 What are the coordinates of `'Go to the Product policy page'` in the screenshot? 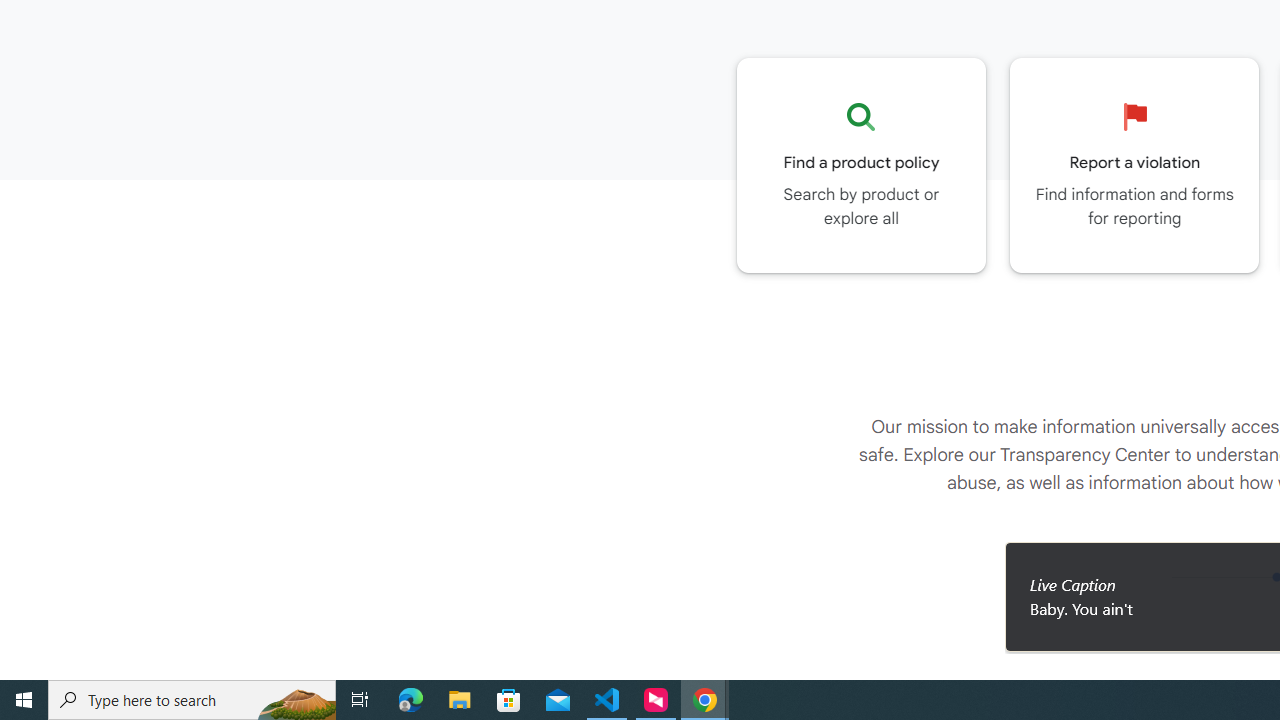 It's located at (861, 164).